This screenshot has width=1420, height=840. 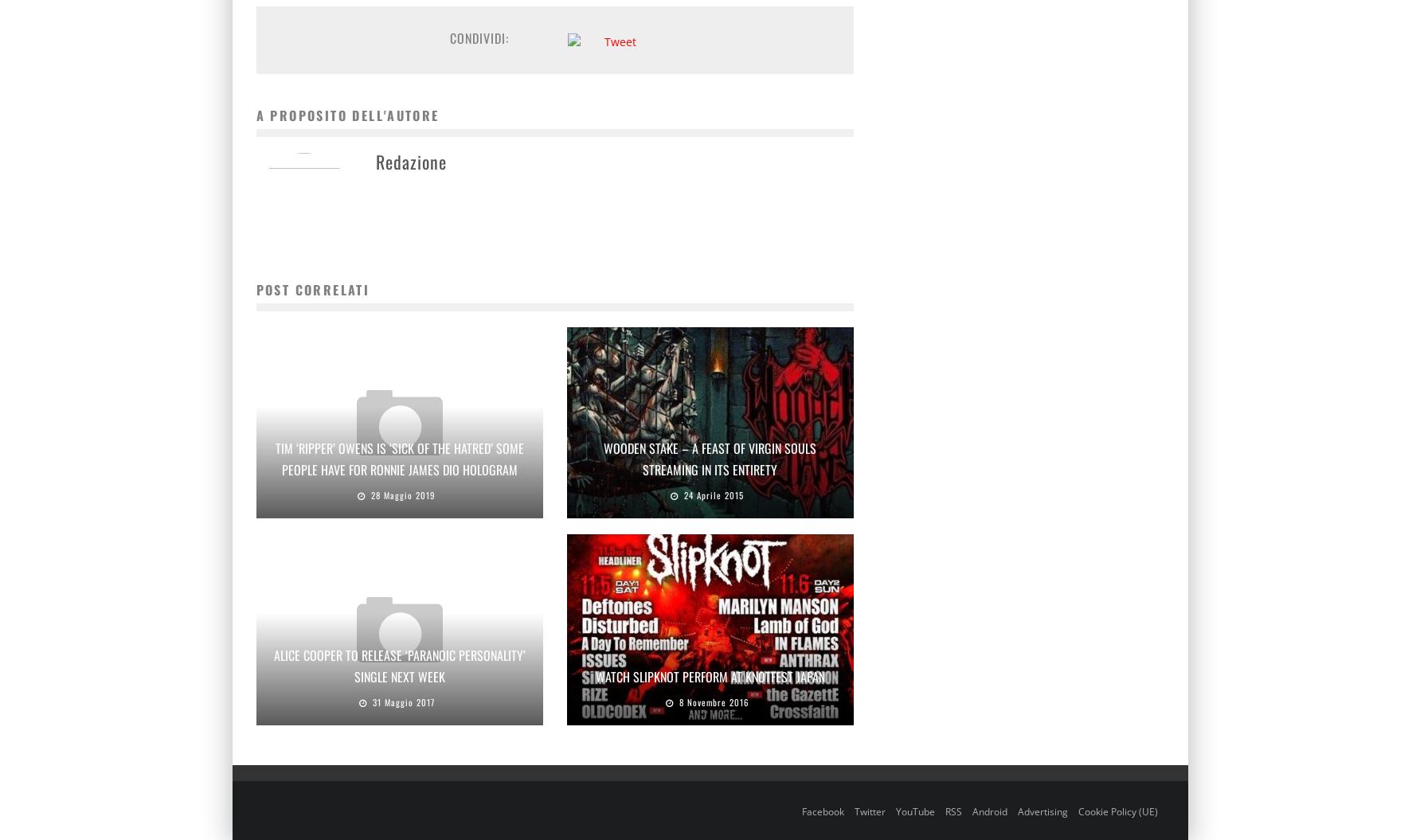 What do you see at coordinates (822, 810) in the screenshot?
I see `'Facebook'` at bounding box center [822, 810].